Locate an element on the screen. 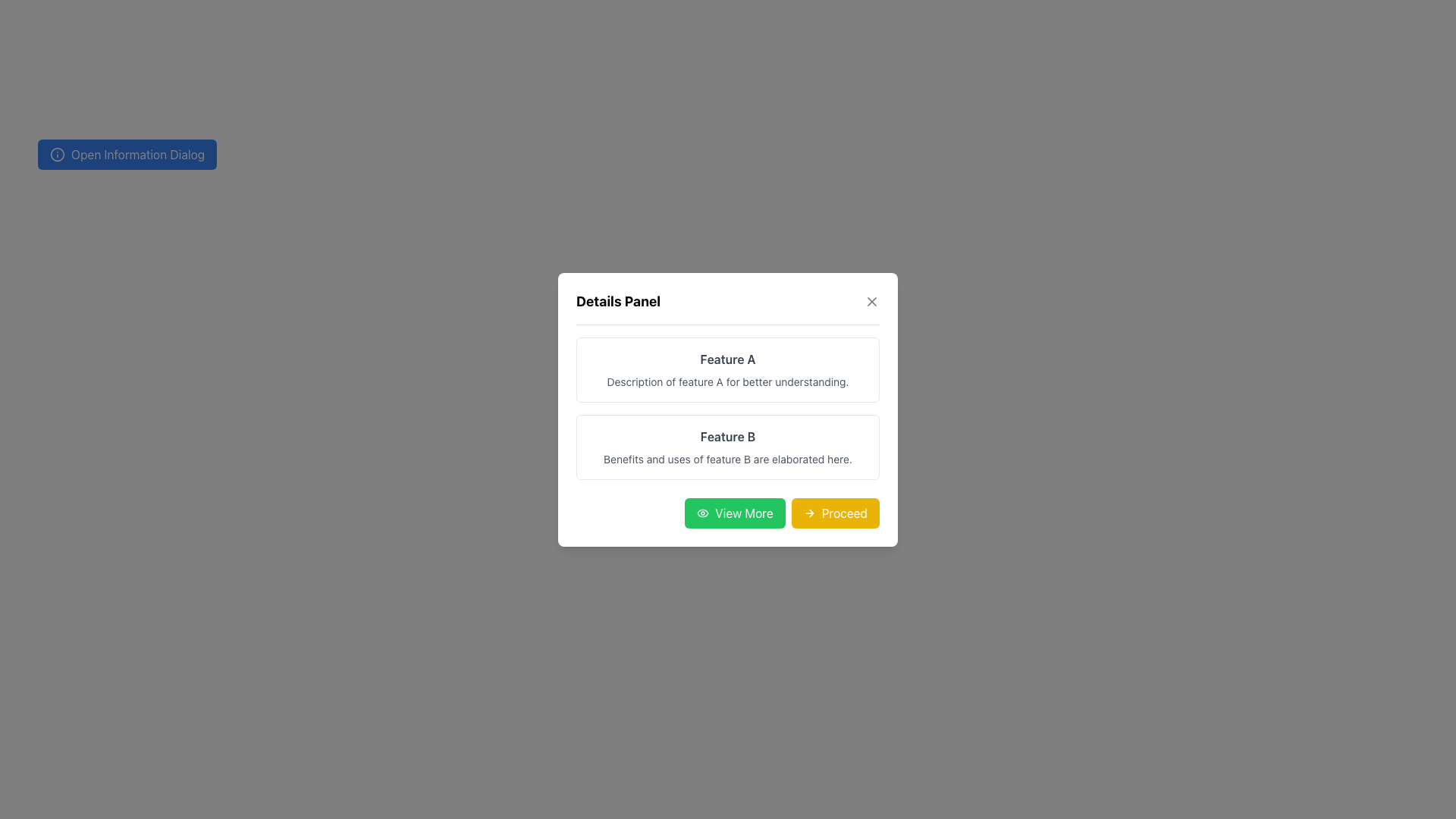  the button located near the bottom-right of the modal window, immediately is located at coordinates (728, 512).